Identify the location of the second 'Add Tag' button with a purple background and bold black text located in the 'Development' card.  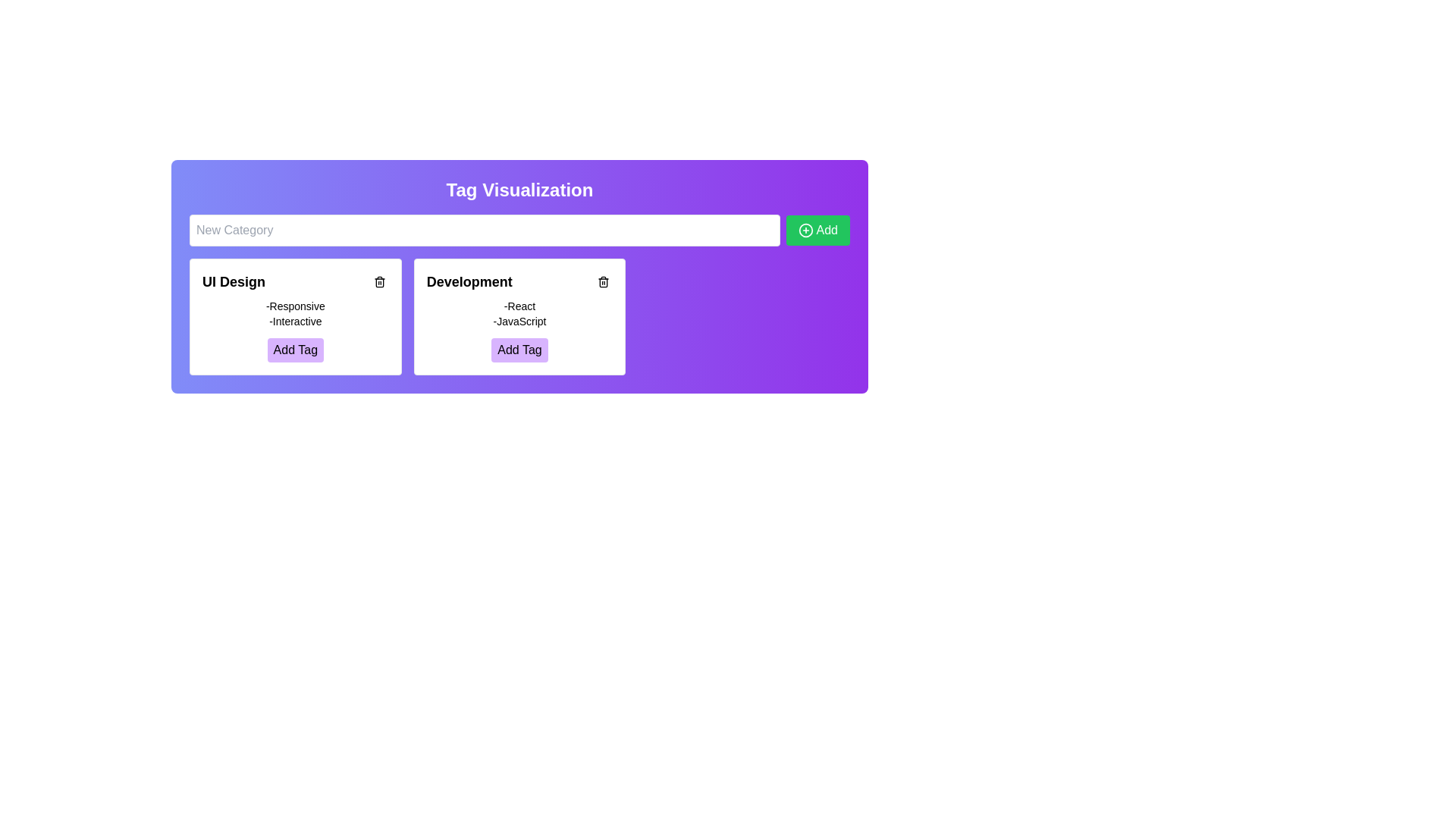
(519, 350).